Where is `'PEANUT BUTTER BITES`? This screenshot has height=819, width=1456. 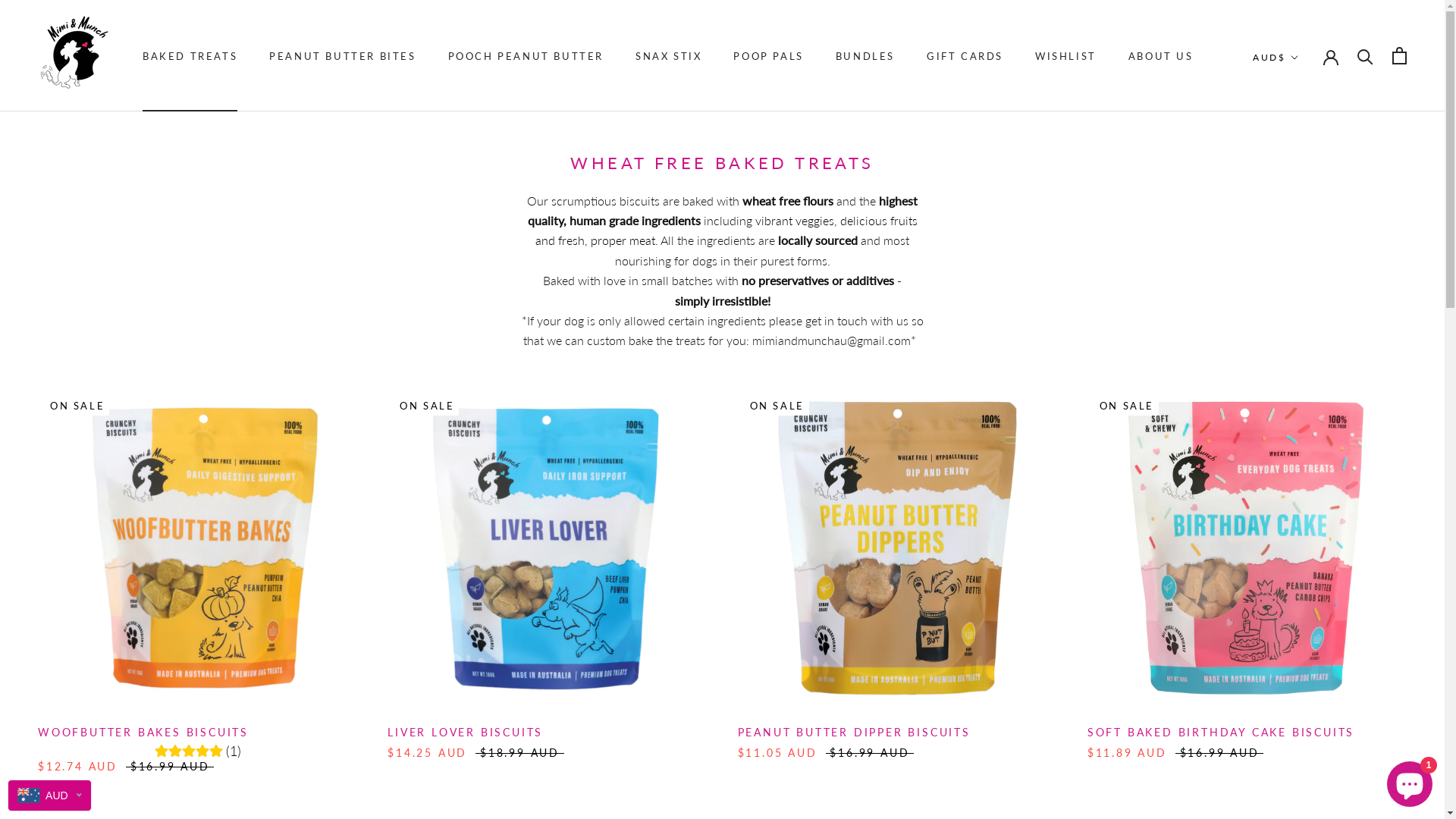 'PEANUT BUTTER BITES is located at coordinates (269, 55).